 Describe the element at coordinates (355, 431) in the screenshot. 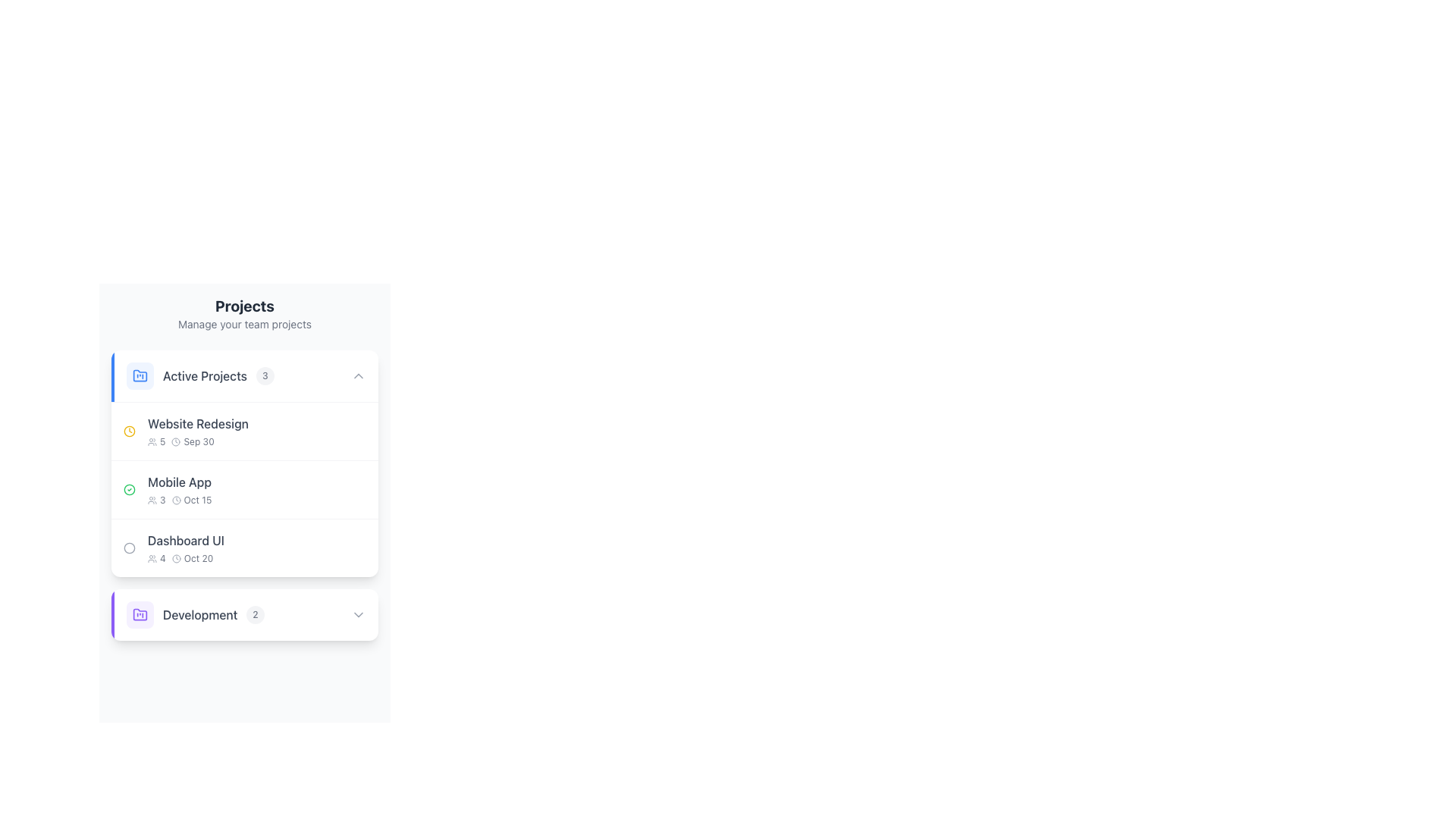

I see `the circular alert button located to the far right of the 'Website Redesign' project entry in the 'Active Projects' section` at that location.